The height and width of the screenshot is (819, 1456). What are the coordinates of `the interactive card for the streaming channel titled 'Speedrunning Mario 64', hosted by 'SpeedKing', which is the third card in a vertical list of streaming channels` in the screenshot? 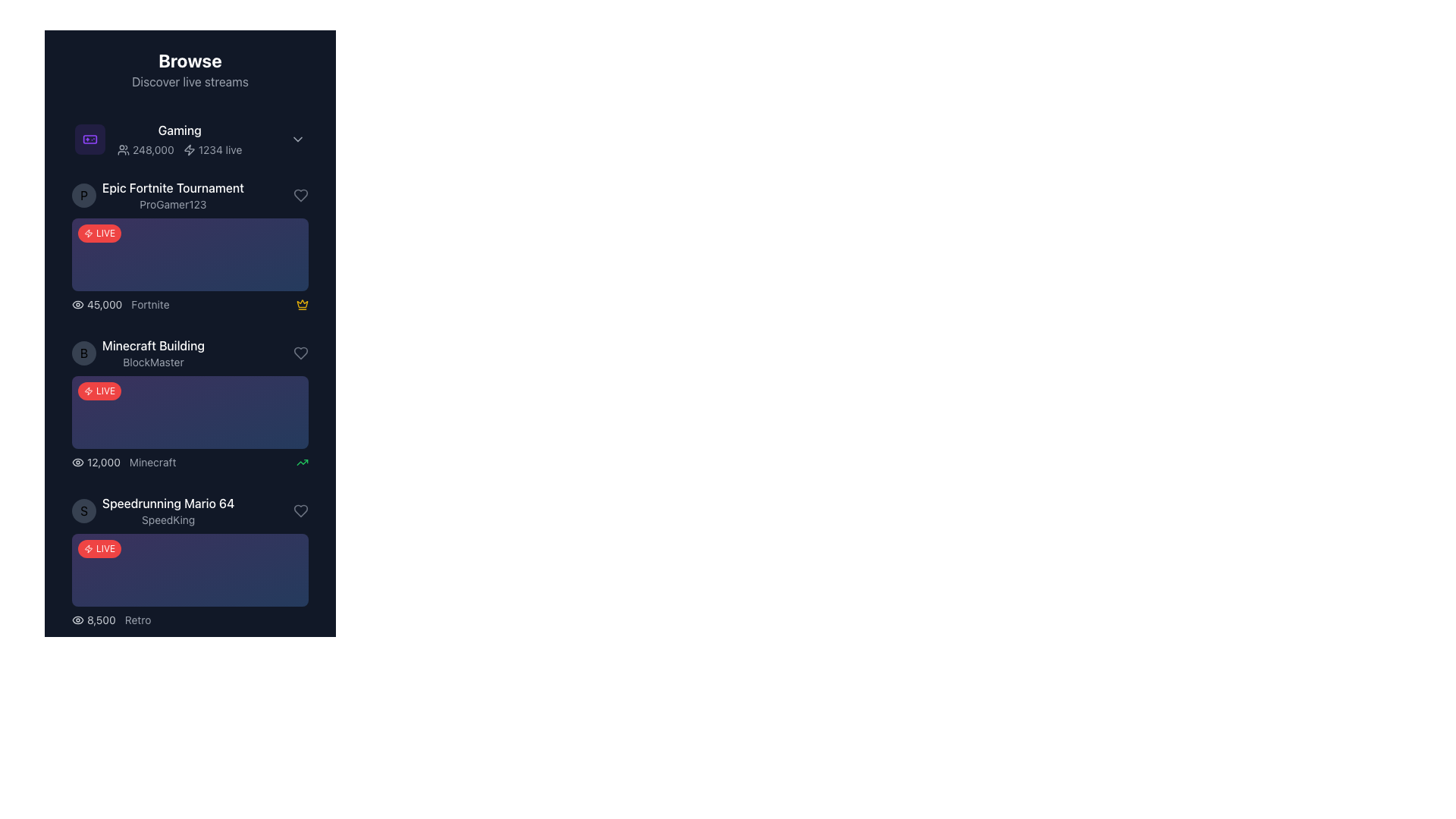 It's located at (189, 561).